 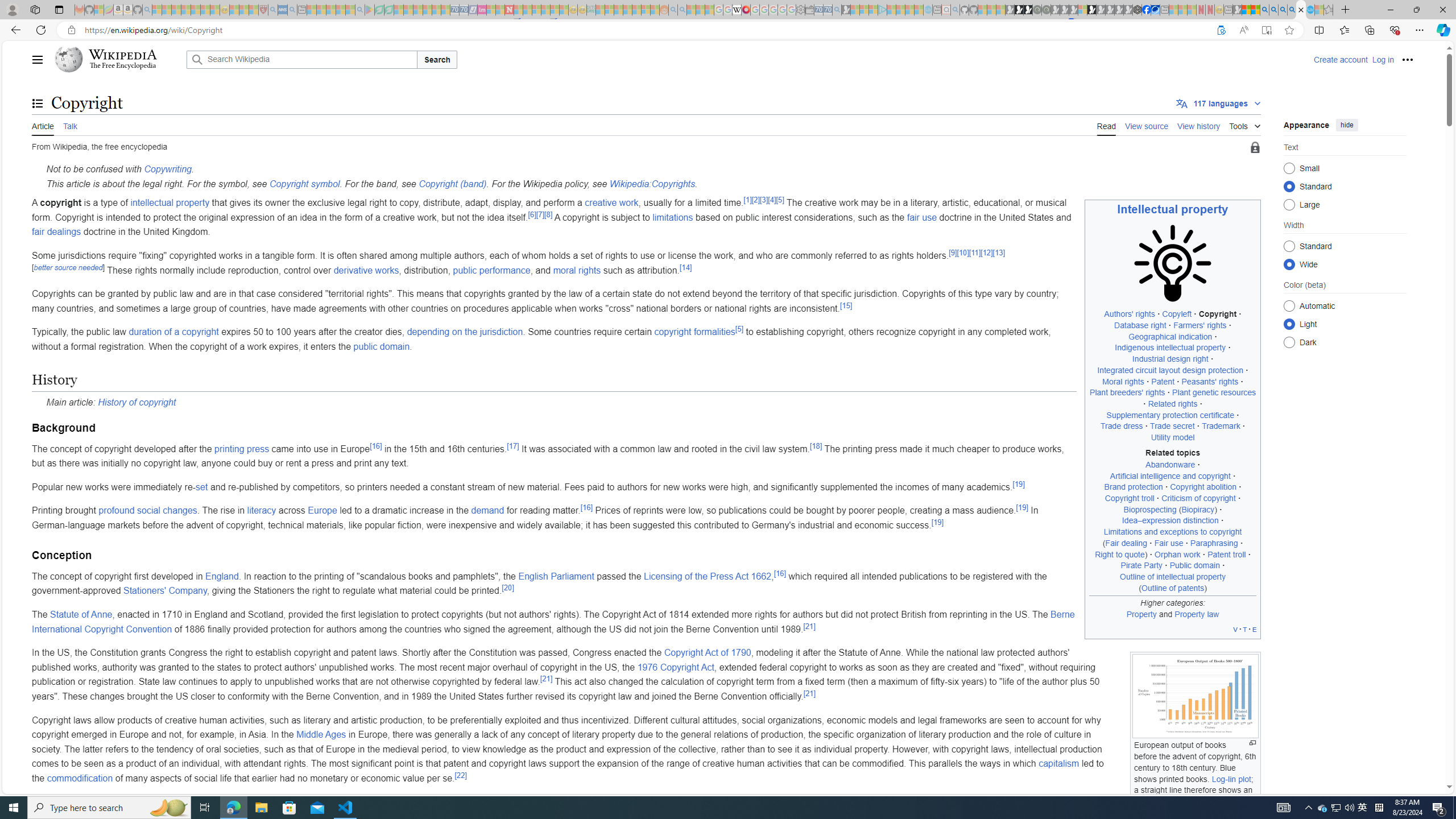 What do you see at coordinates (136, 402) in the screenshot?
I see `'History of copyright'` at bounding box center [136, 402].